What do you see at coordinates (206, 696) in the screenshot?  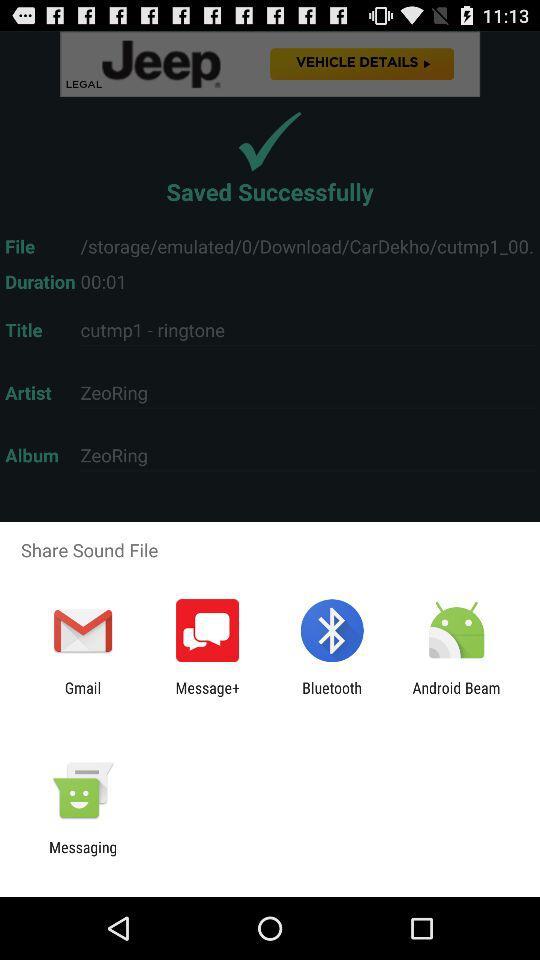 I see `the app to the right of the gmail` at bounding box center [206, 696].